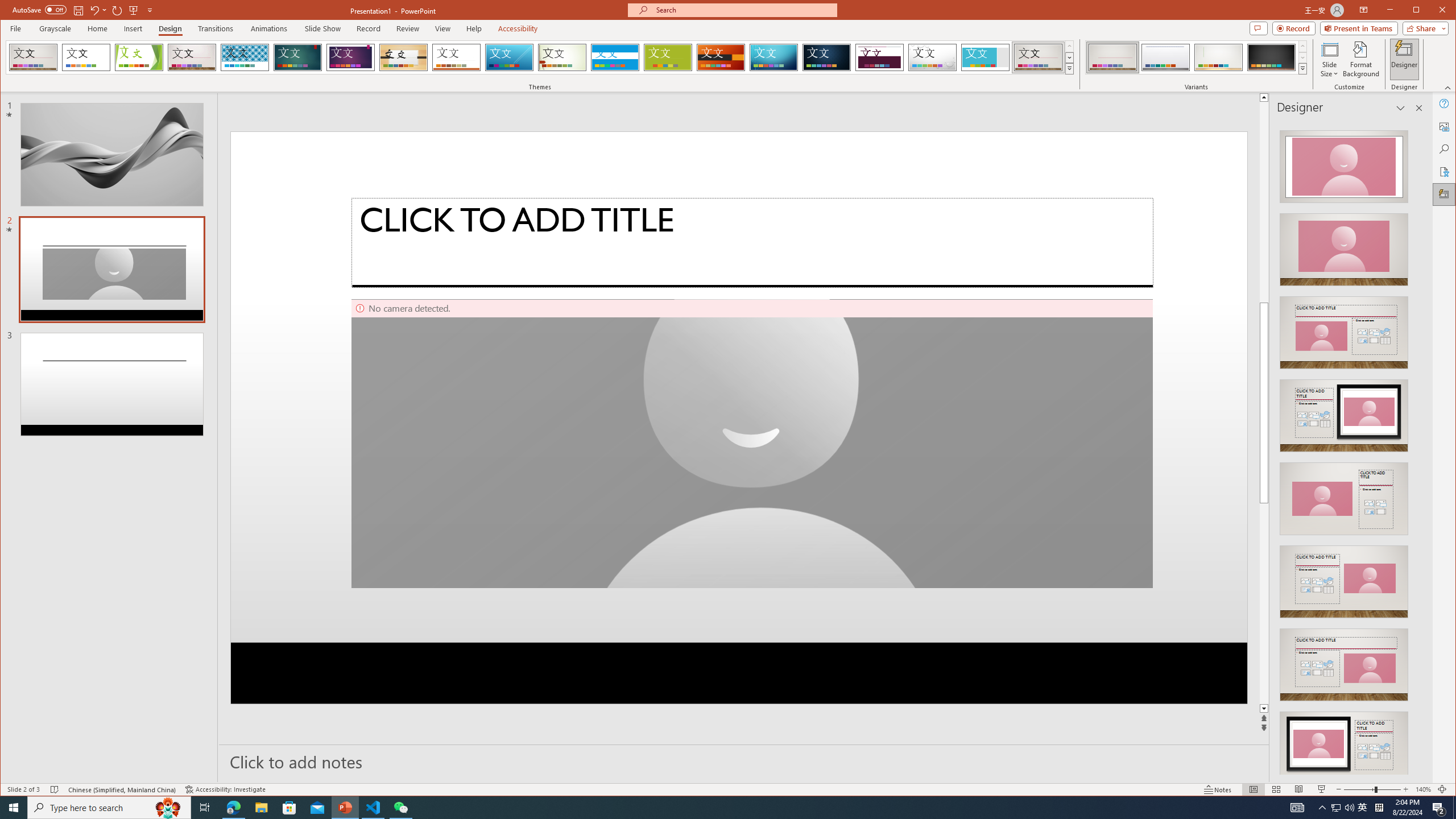  I want to click on 'Circuit', so click(773, 57).